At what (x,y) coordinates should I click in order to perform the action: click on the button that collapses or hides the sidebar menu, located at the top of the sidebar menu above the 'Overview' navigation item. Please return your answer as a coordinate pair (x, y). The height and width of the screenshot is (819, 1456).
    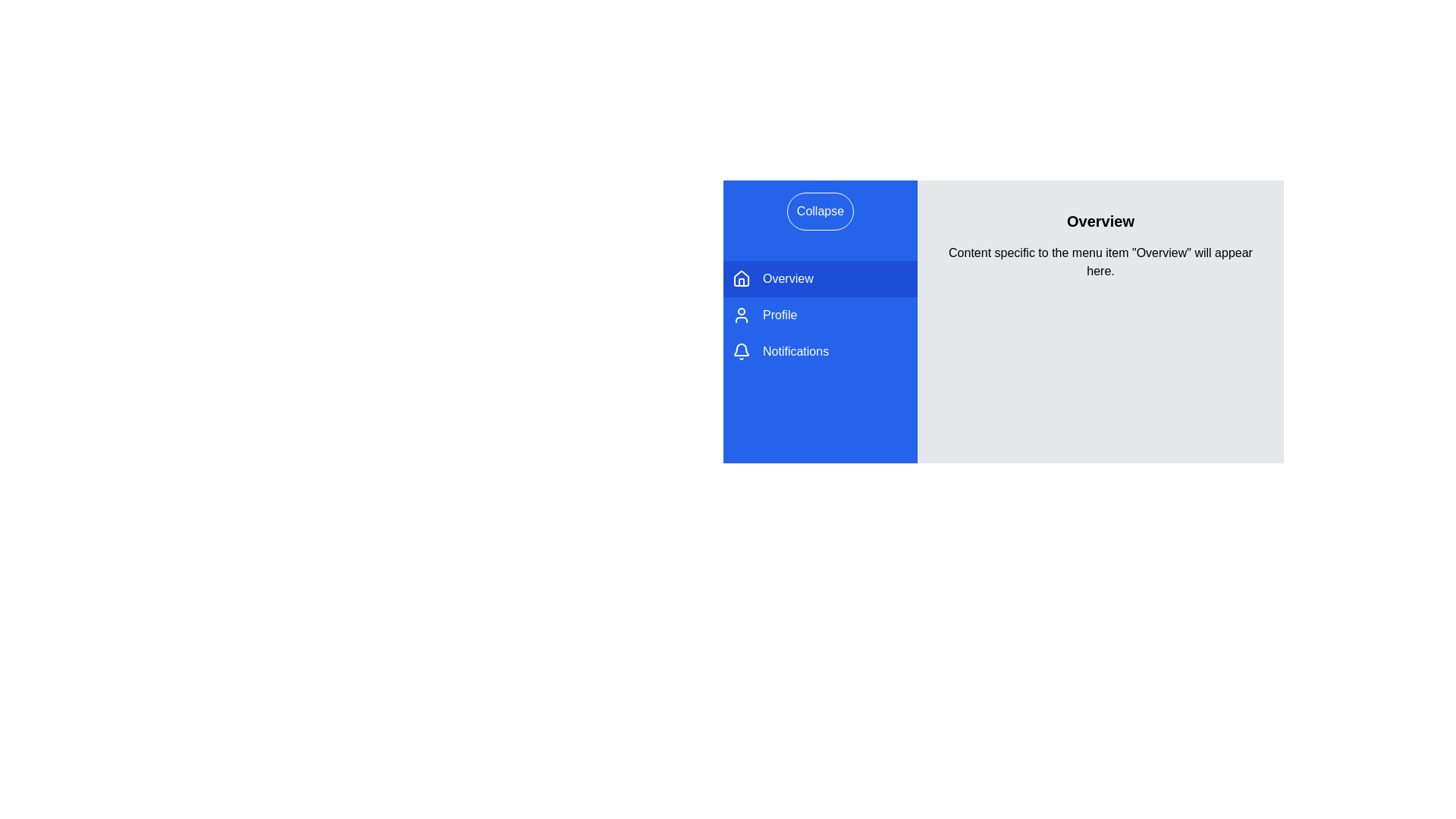
    Looking at the image, I should click on (819, 211).